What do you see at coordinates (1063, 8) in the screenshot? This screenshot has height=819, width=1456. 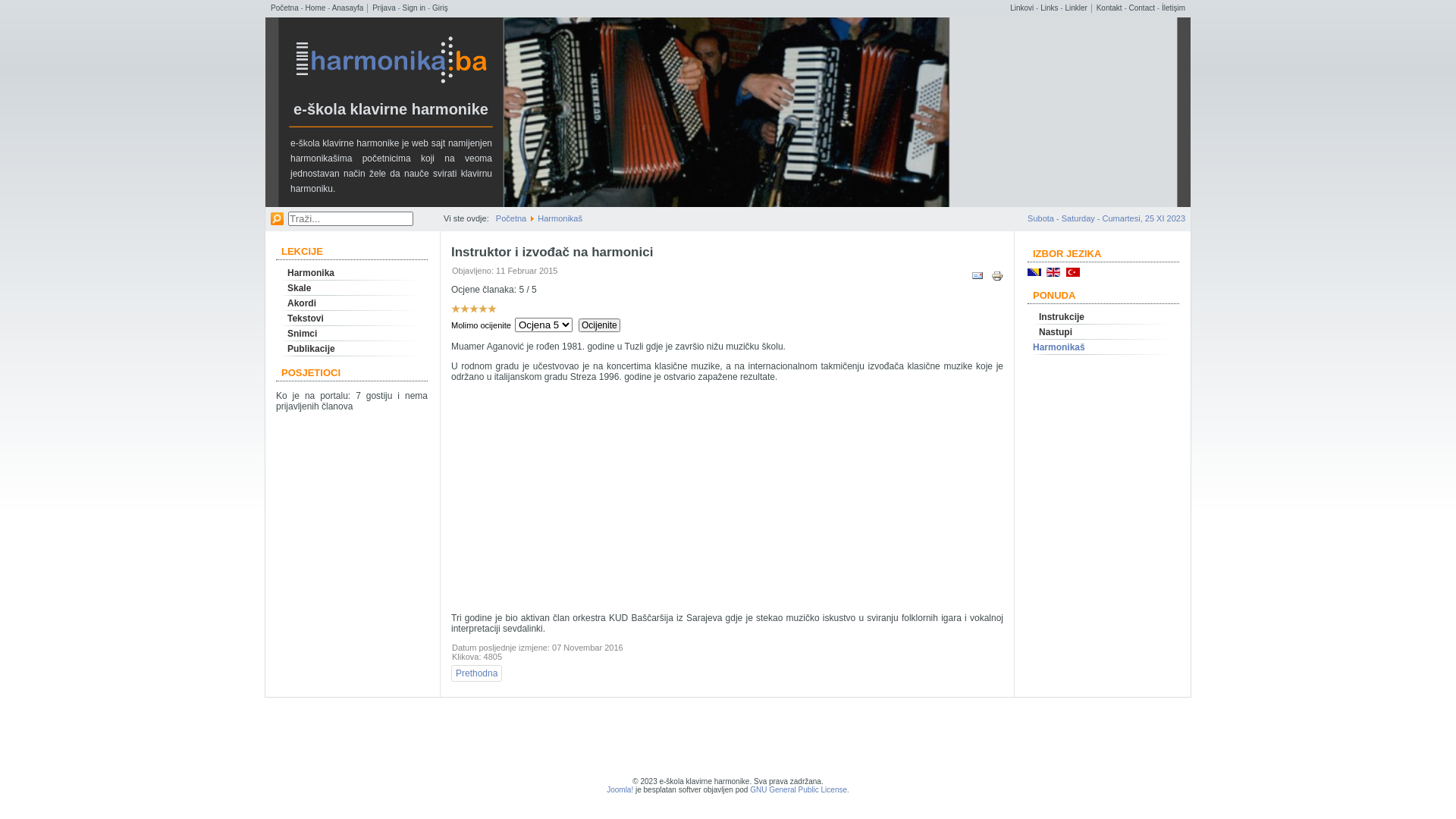 I see `'Linkler'` at bounding box center [1063, 8].